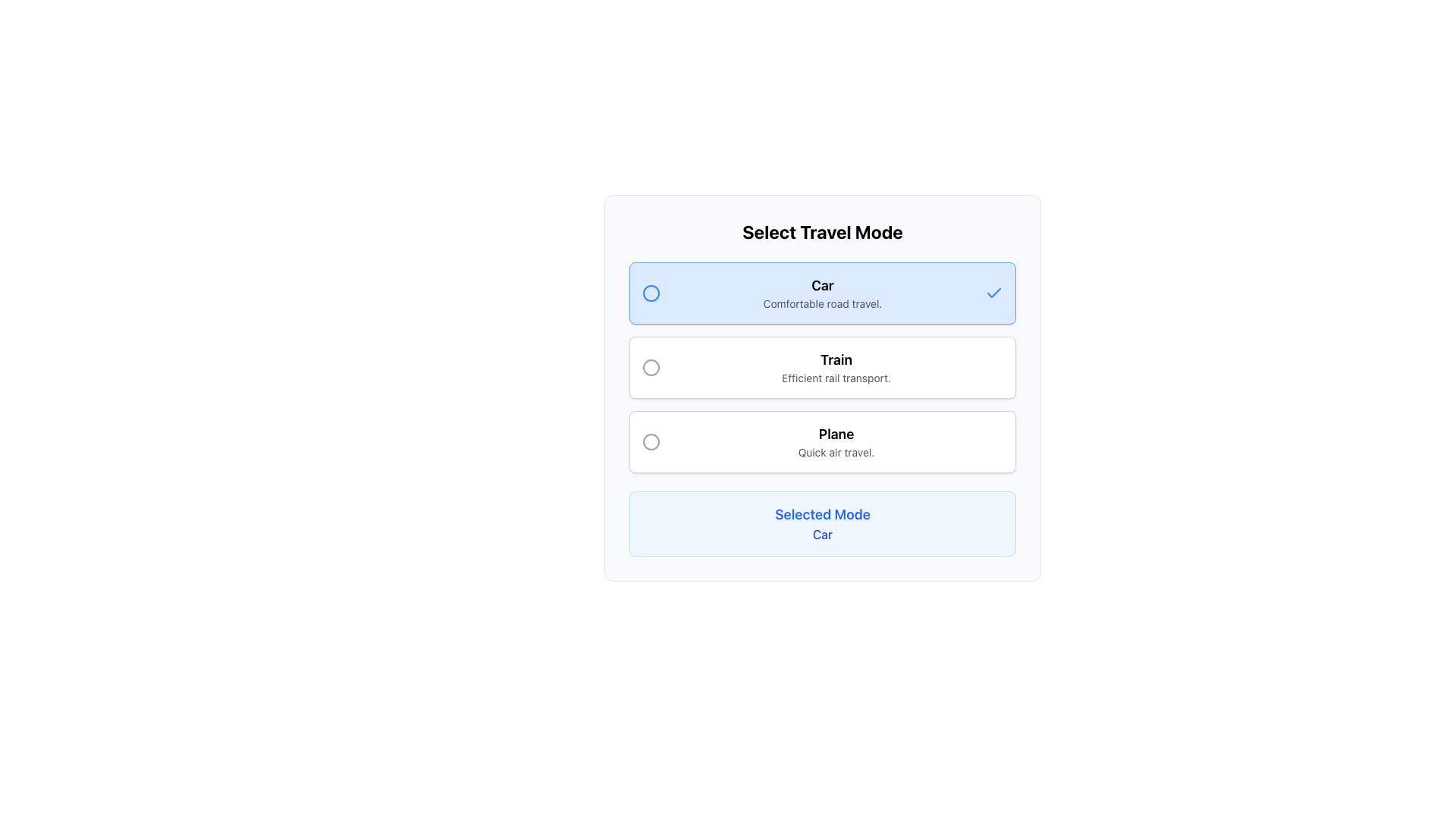  Describe the element at coordinates (836, 441) in the screenshot. I see `the text display element that contains the bold title 'Plane' and the secondary description 'Quick air travel'` at that location.